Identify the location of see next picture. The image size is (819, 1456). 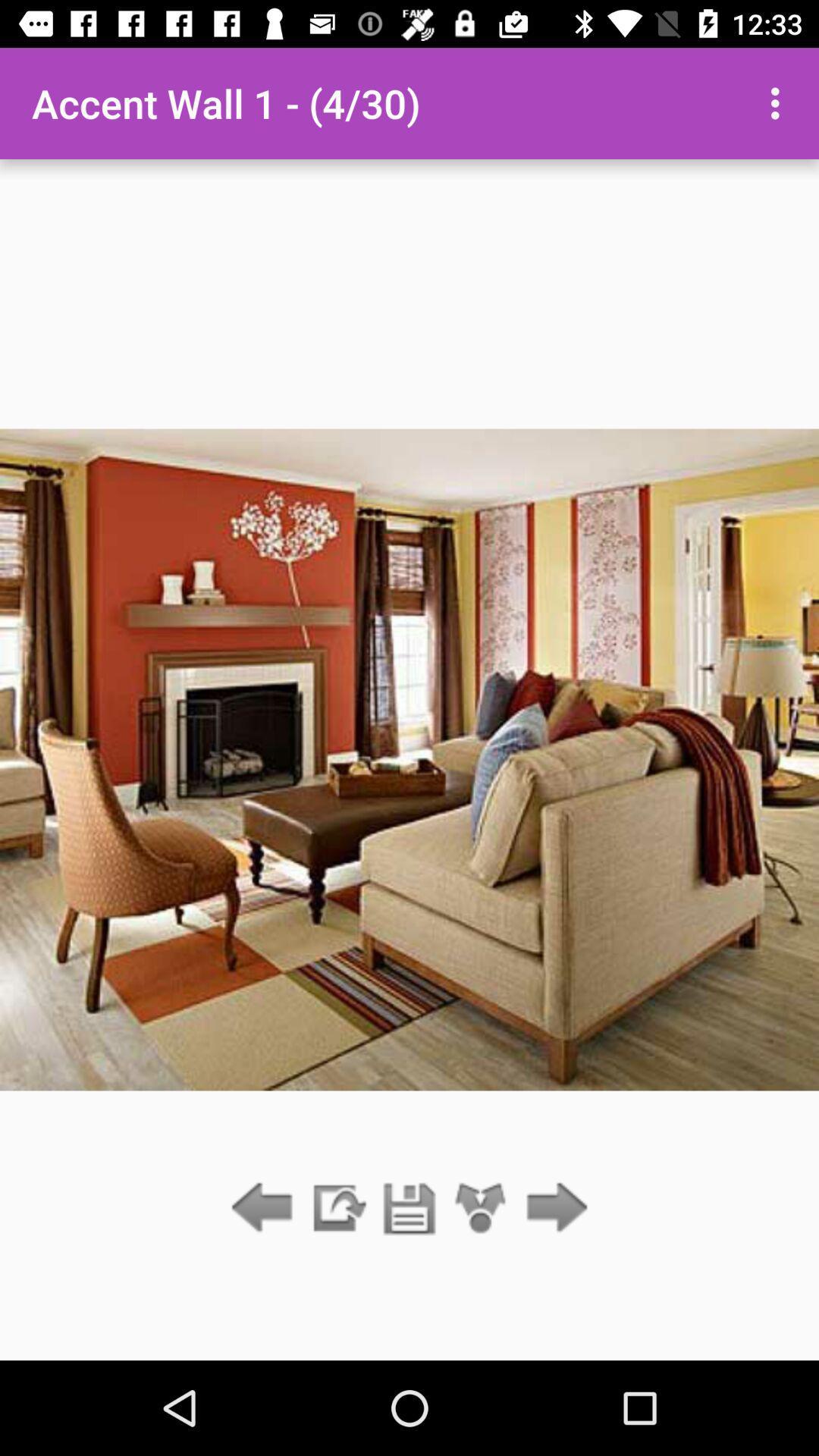
(553, 1208).